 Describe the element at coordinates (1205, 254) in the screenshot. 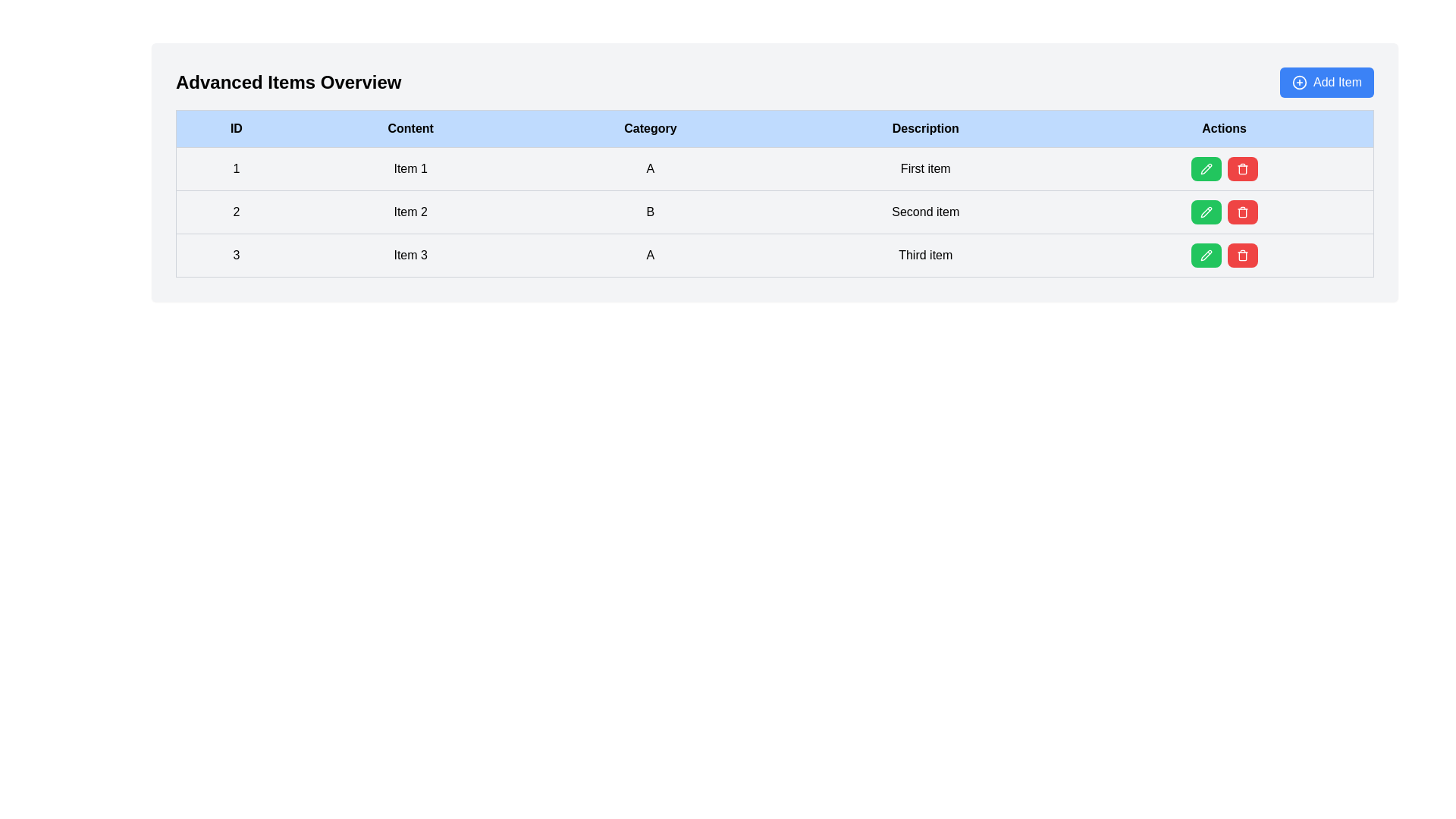

I see `the pencil icon in the rightmost column titled 'Actions' of the third row to initiate the edit functionality` at that location.